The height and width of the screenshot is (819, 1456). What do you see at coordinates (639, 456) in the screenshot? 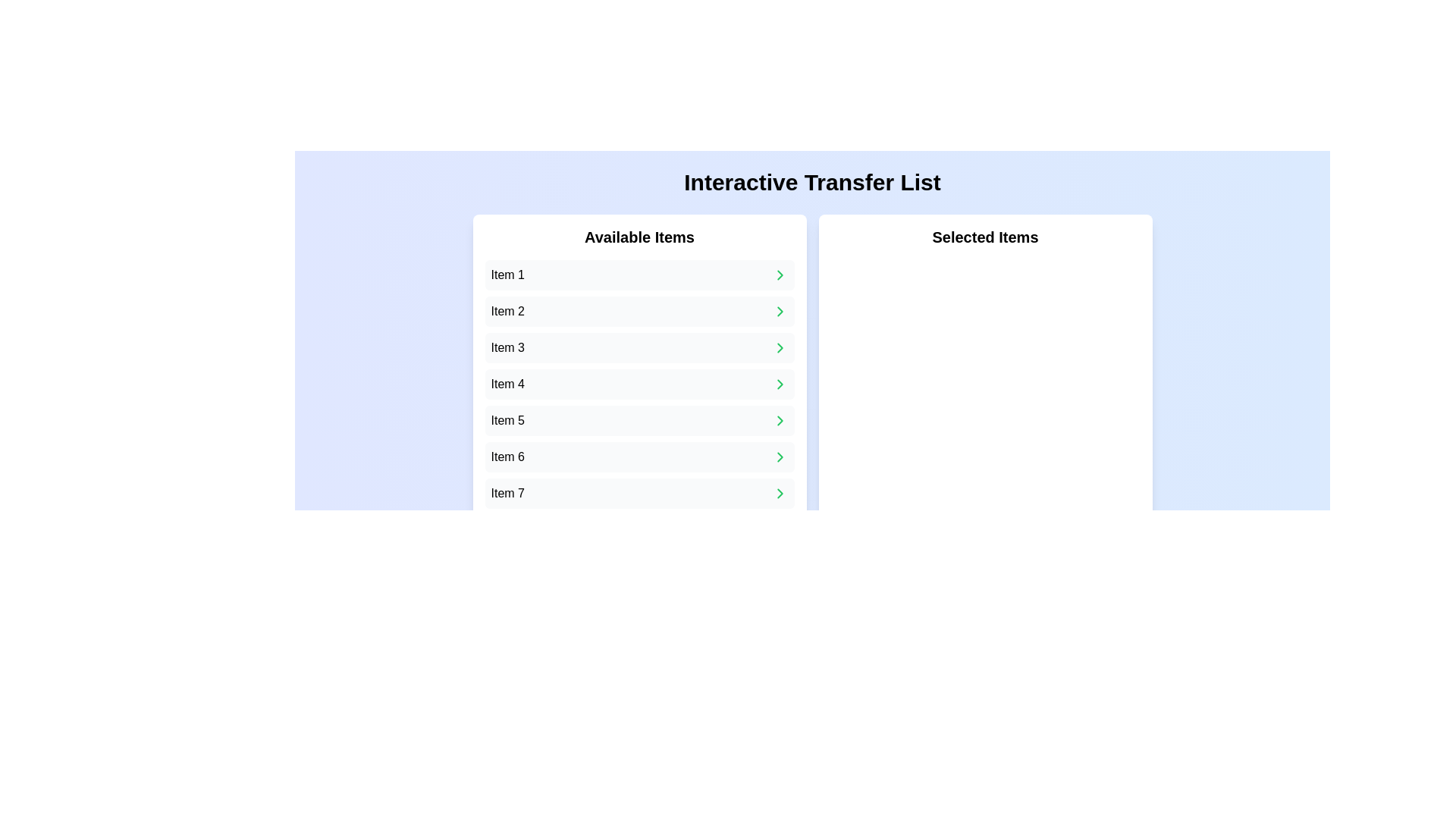
I see `'Item 6' from the 'Available Items' list` at bounding box center [639, 456].